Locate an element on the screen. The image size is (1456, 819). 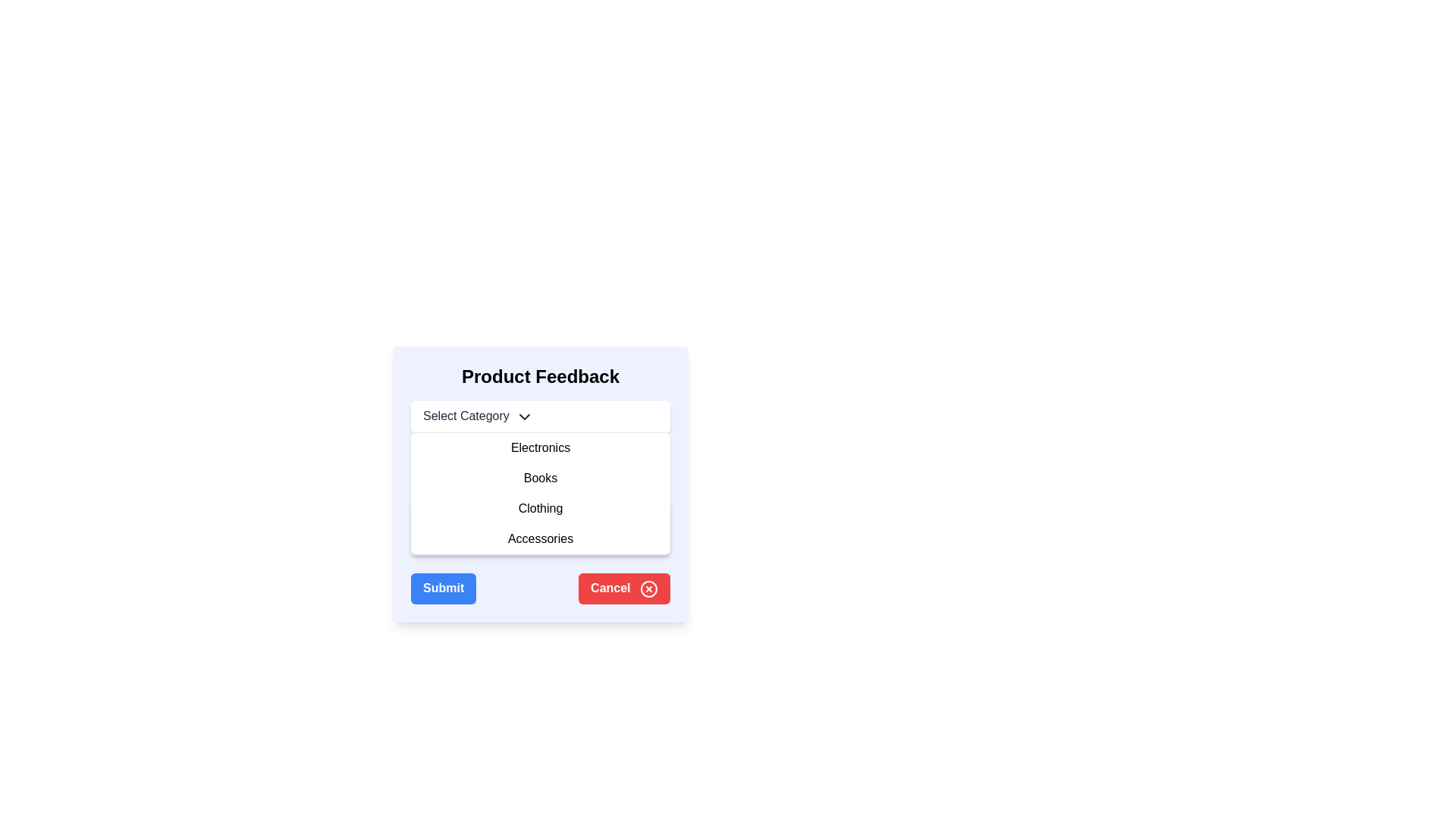
the star-shaped icon next to the label 'Books' in the dropdown list, which serves as an indicator for a favorite or highlighted item is located at coordinates (522, 481).